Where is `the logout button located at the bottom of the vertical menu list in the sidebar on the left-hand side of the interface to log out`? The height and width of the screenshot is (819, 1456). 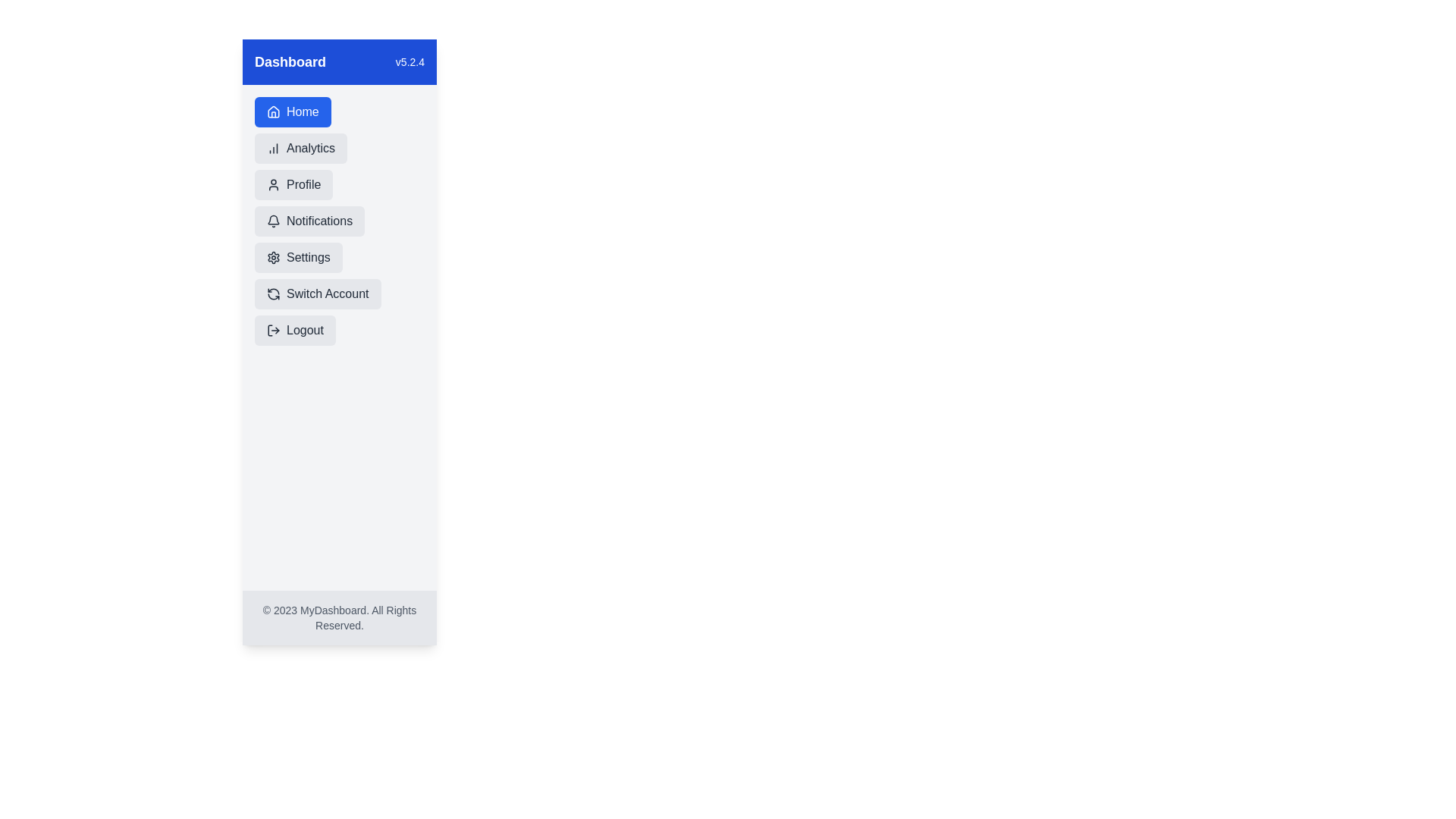 the logout button located at the bottom of the vertical menu list in the sidebar on the left-hand side of the interface to log out is located at coordinates (295, 329).